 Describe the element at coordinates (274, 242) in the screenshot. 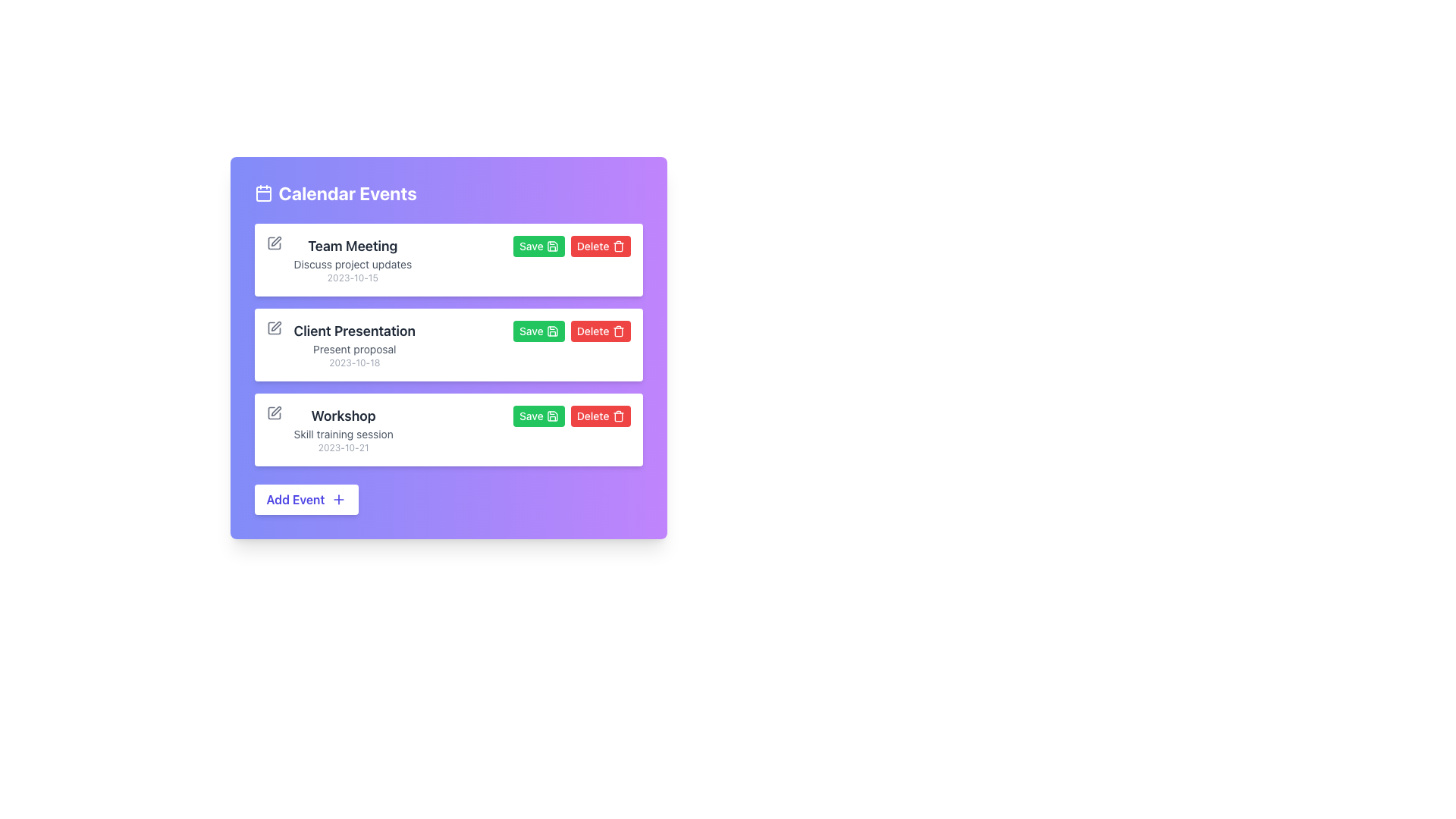

I see `the editing icon associated with the 'Team Meeting' event to initiate the edit functionality` at that location.